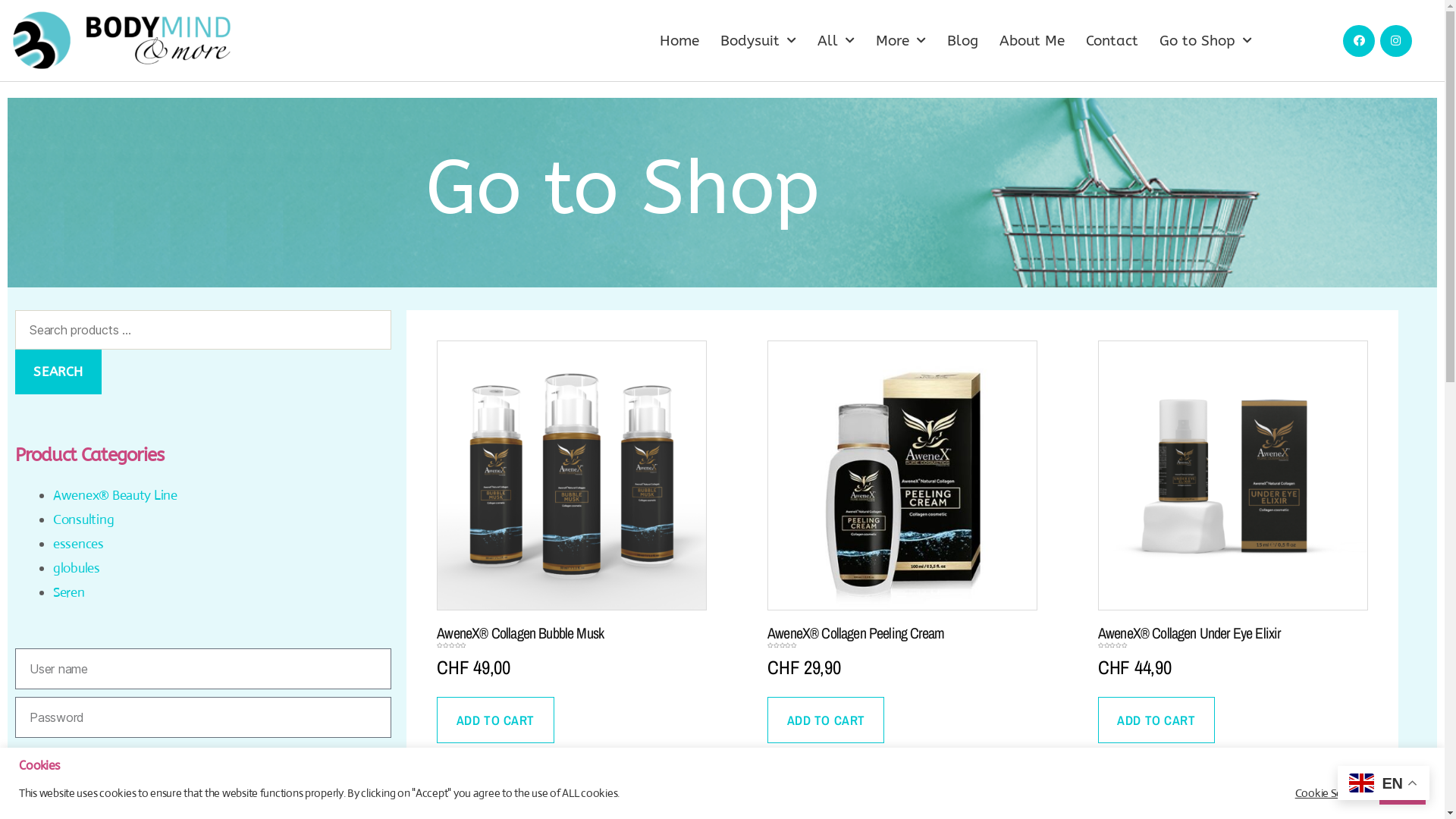 This screenshot has width=1456, height=819. What do you see at coordinates (1204, 39) in the screenshot?
I see `'Go to Shop'` at bounding box center [1204, 39].